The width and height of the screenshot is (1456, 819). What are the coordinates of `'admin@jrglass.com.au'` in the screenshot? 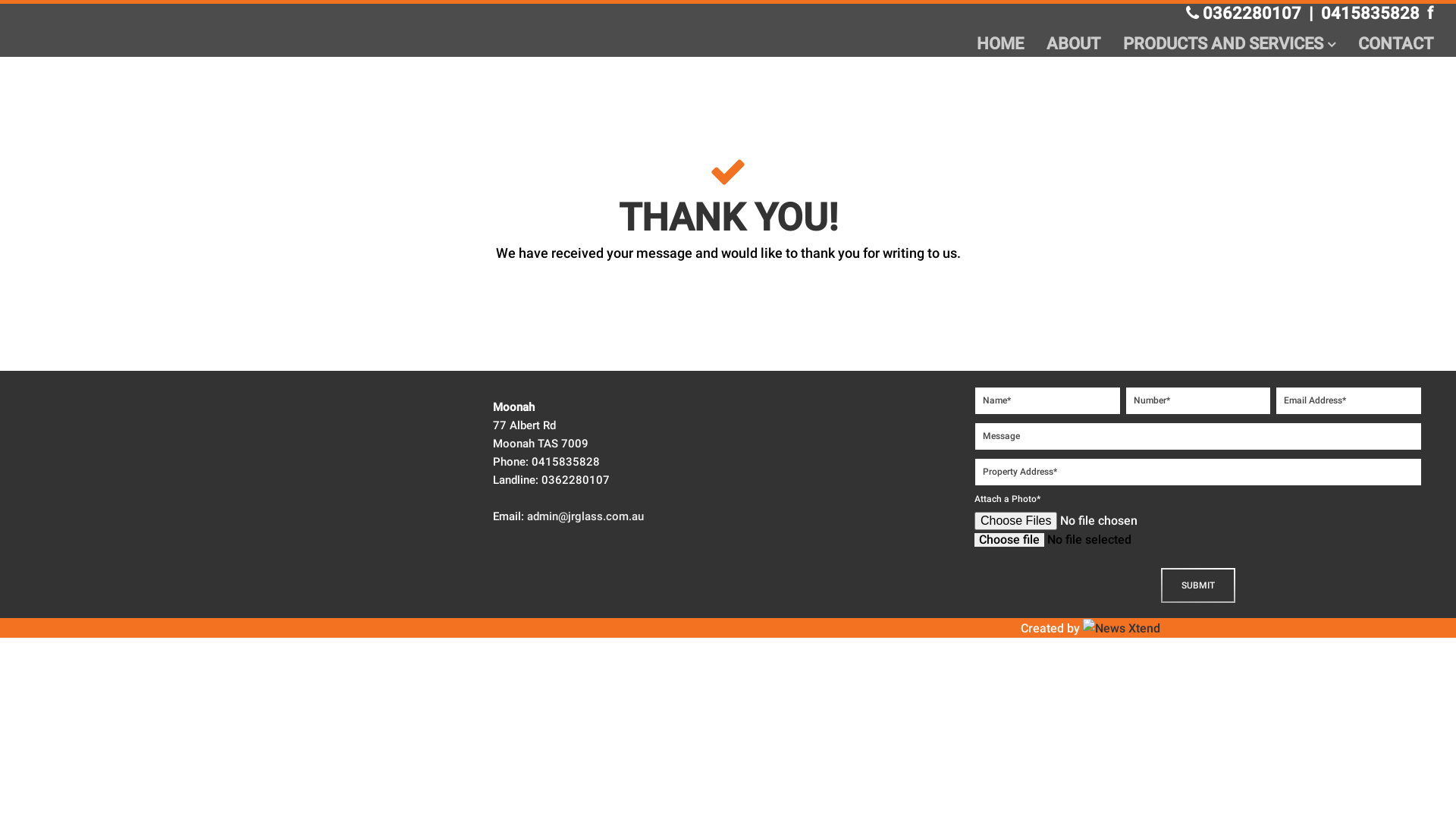 It's located at (585, 516).